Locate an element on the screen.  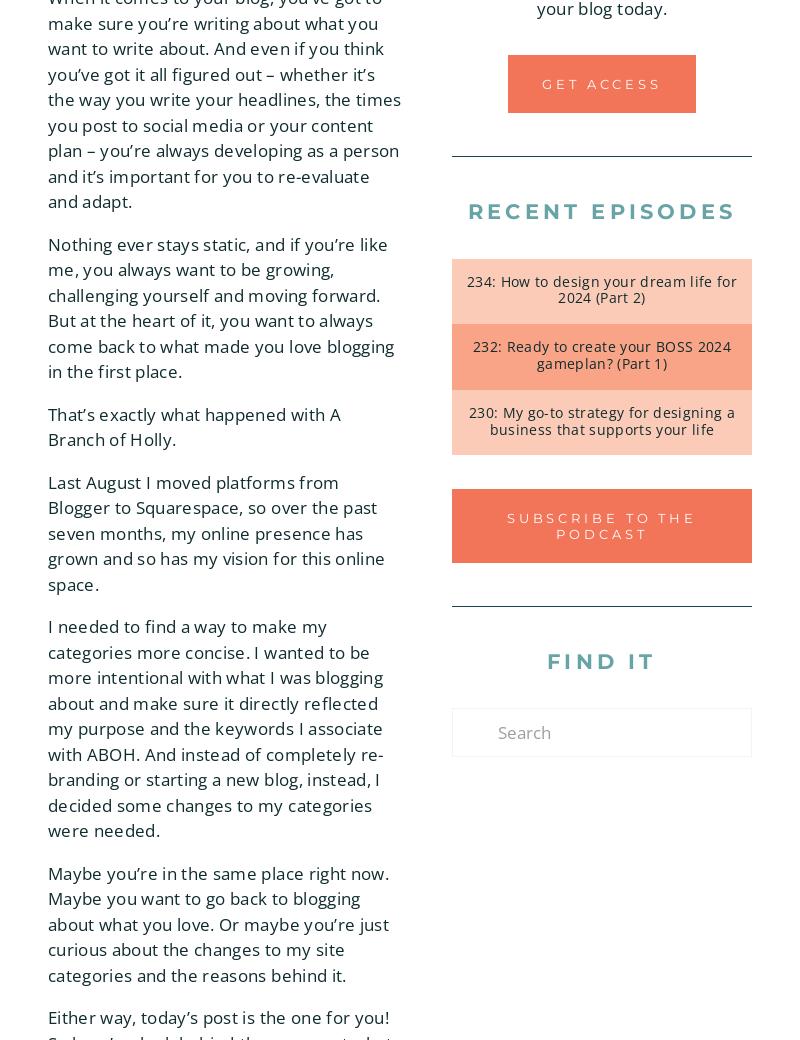
'232:  Ready to create your BOSS 2024 gameplan? (Part 1)' is located at coordinates (601, 353).